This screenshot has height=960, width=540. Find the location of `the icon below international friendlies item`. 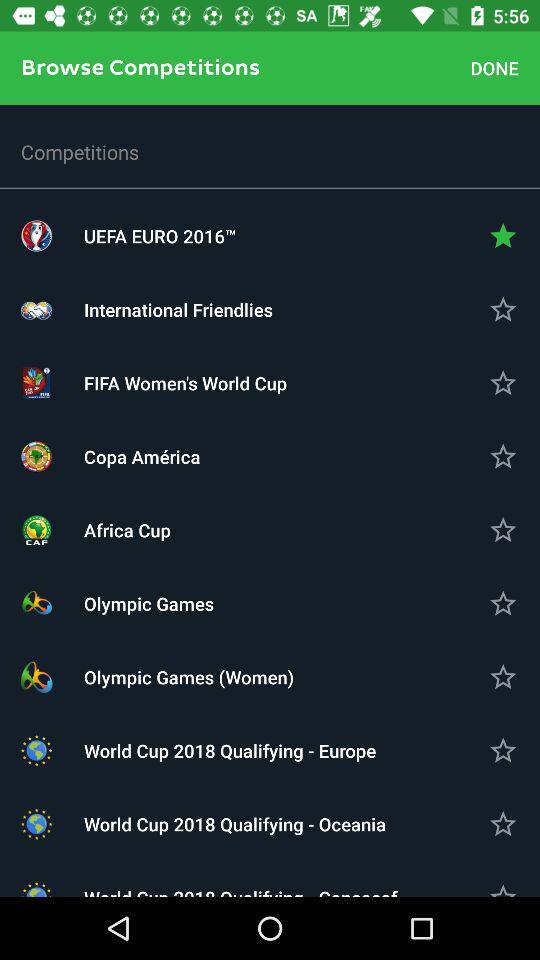

the icon below international friendlies item is located at coordinates (270, 382).